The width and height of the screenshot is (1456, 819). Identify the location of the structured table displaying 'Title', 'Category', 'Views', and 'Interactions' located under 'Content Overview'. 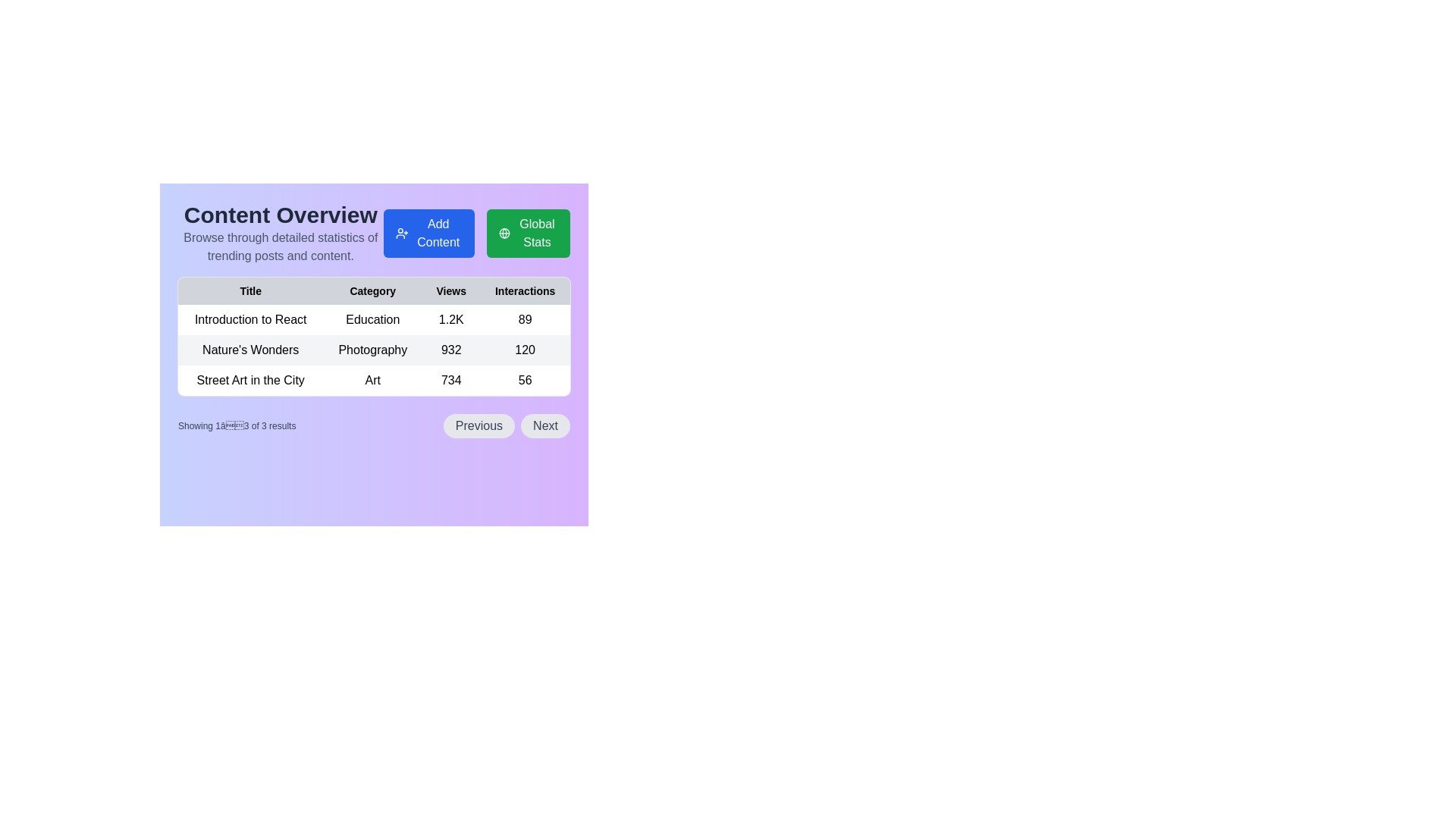
(374, 335).